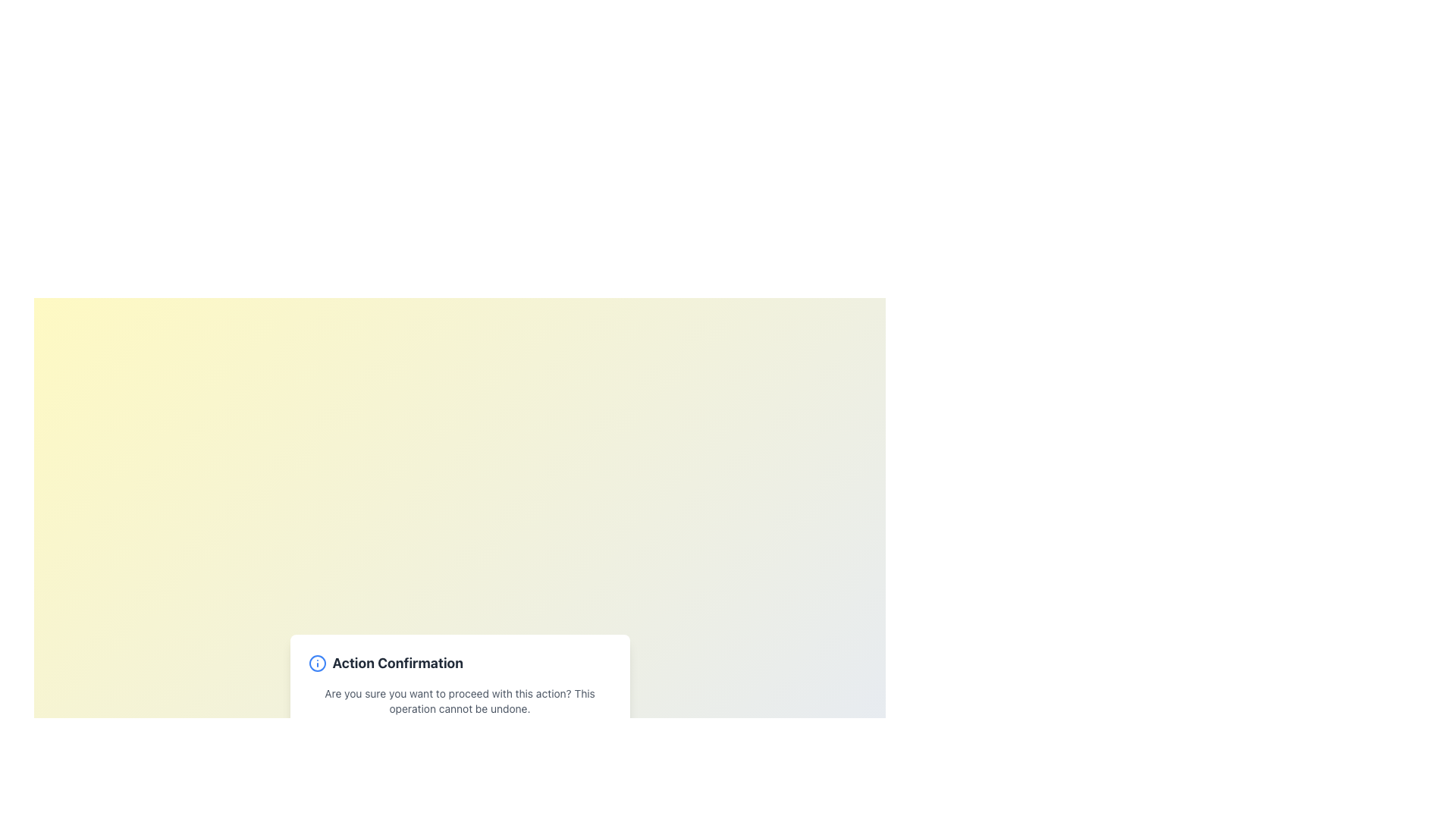  I want to click on the text block containing the message 'Are you sure you want to proceed with this action? This operation cannot be undone.' positioned below the title 'Action Confirmation', so click(459, 701).